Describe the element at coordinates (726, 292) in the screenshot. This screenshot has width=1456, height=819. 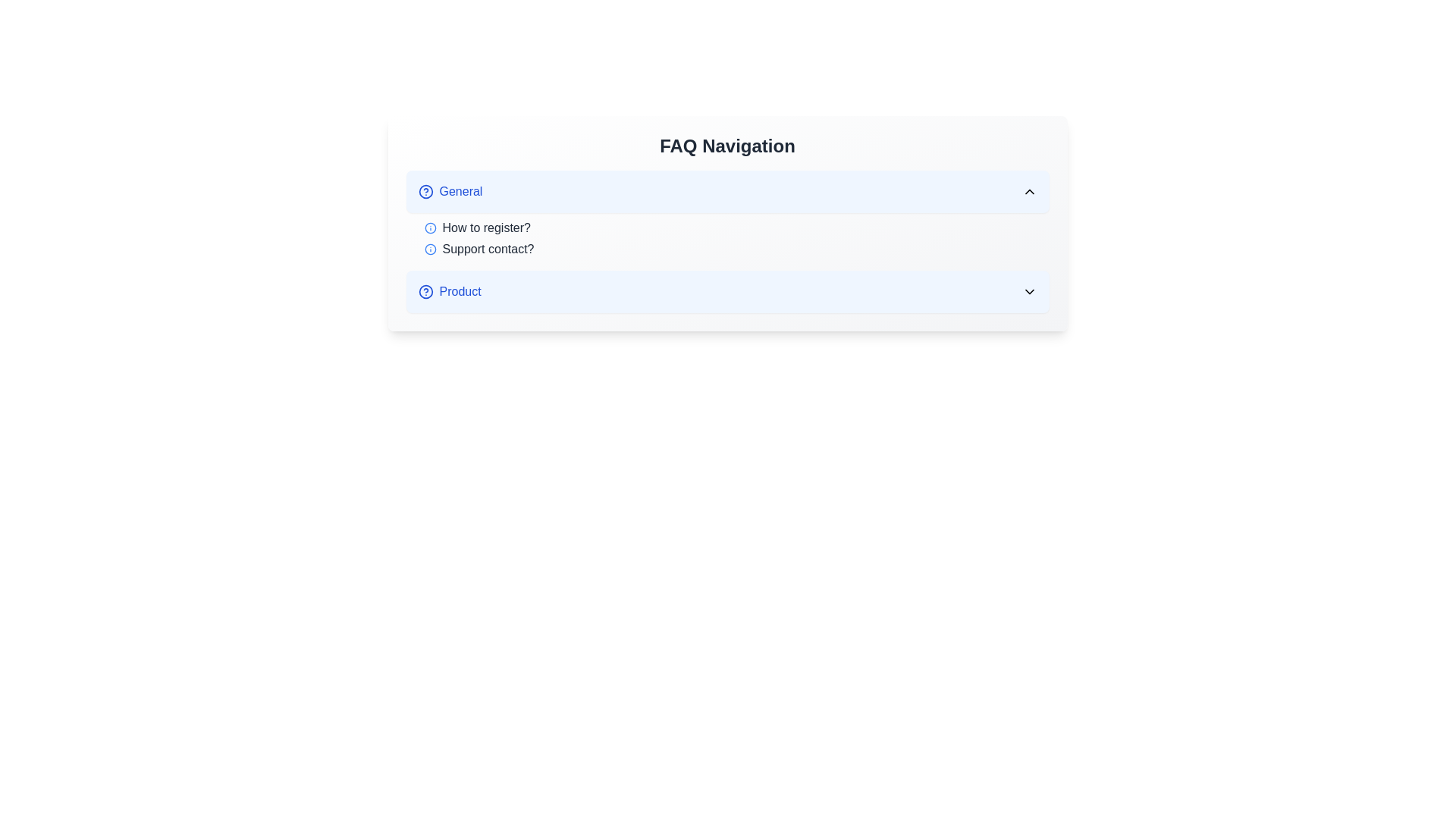
I see `the third button in the FAQ navigation list for 'Product' to trigger a visual reaction` at that location.